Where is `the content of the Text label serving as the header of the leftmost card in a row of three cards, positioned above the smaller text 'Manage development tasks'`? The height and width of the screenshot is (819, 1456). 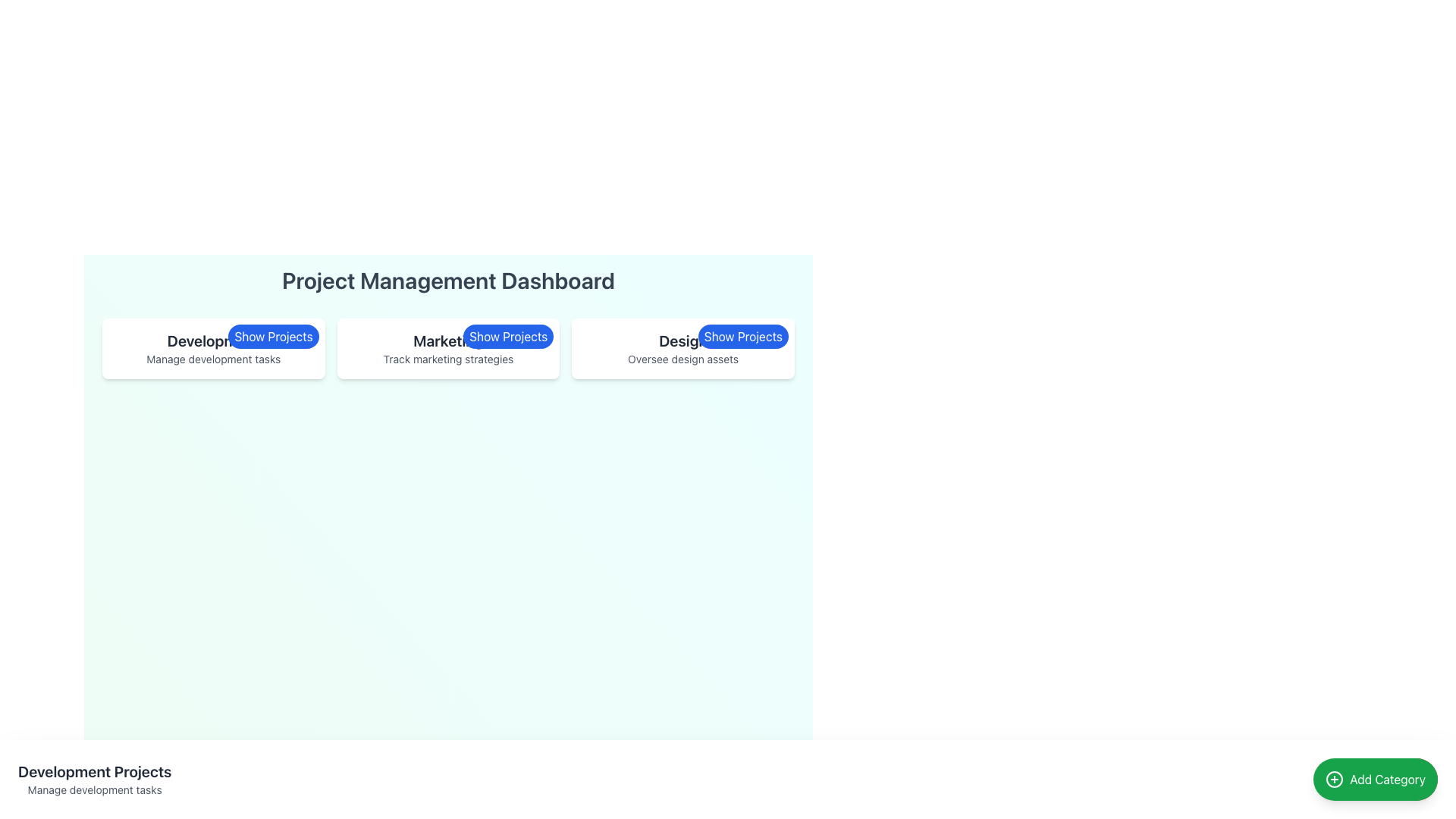 the content of the Text label serving as the header of the leftmost card in a row of three cards, positioned above the smaller text 'Manage development tasks' is located at coordinates (212, 341).